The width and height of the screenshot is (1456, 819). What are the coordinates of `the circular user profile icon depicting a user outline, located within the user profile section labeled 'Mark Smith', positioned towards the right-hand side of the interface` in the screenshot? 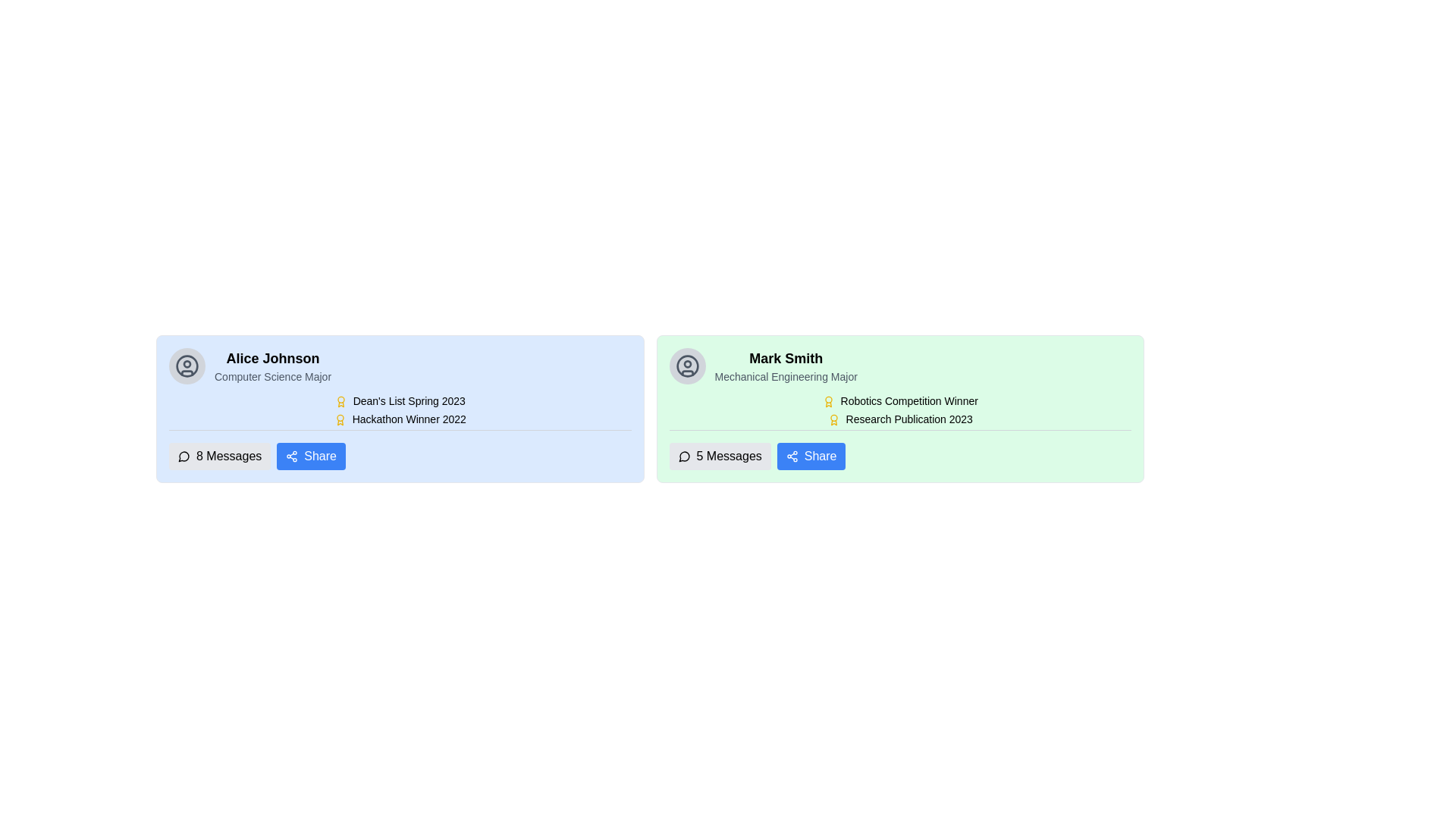 It's located at (686, 366).